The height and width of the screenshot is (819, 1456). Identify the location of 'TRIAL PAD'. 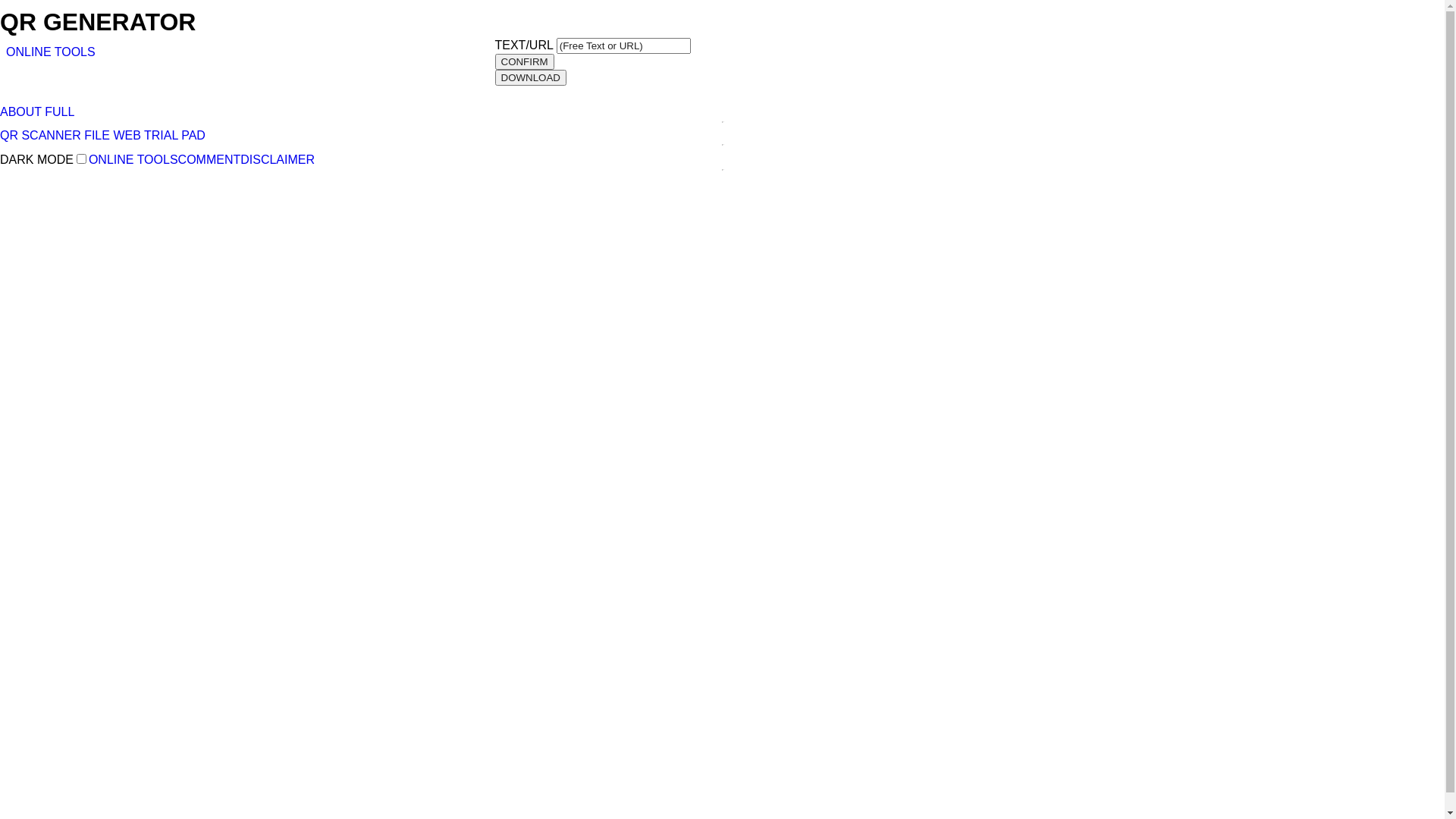
(144, 134).